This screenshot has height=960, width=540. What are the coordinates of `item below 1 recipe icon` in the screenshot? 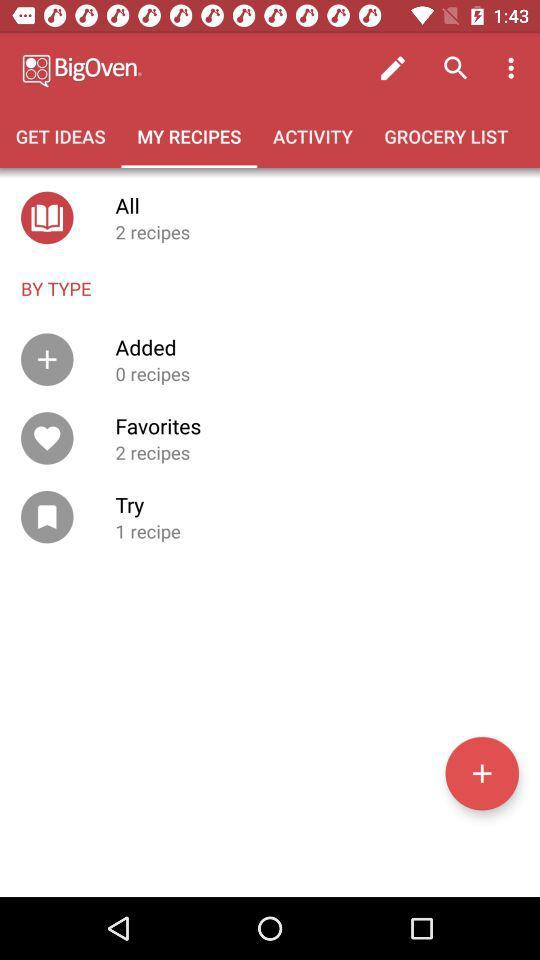 It's located at (481, 772).